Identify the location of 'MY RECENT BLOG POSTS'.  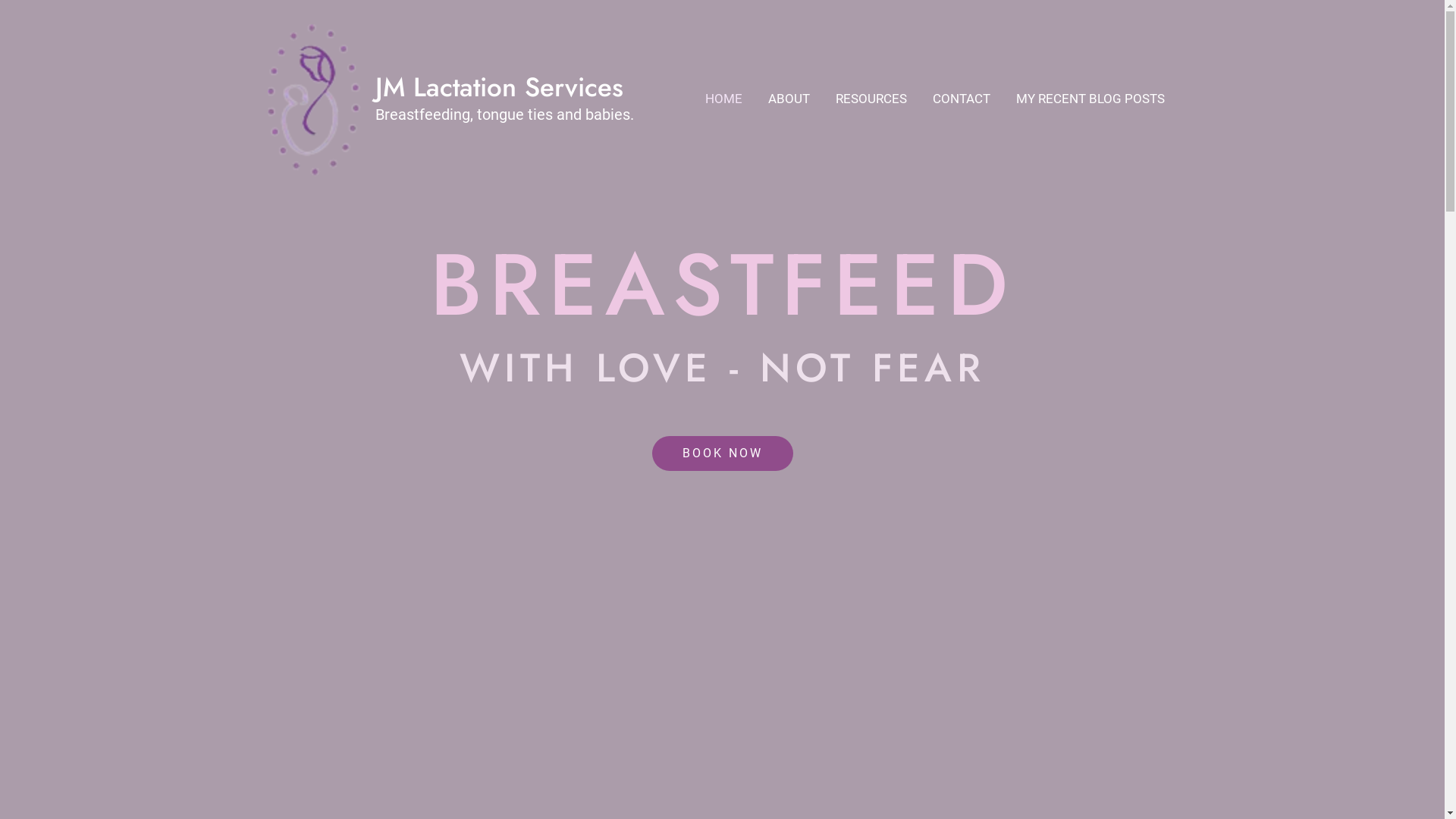
(1088, 99).